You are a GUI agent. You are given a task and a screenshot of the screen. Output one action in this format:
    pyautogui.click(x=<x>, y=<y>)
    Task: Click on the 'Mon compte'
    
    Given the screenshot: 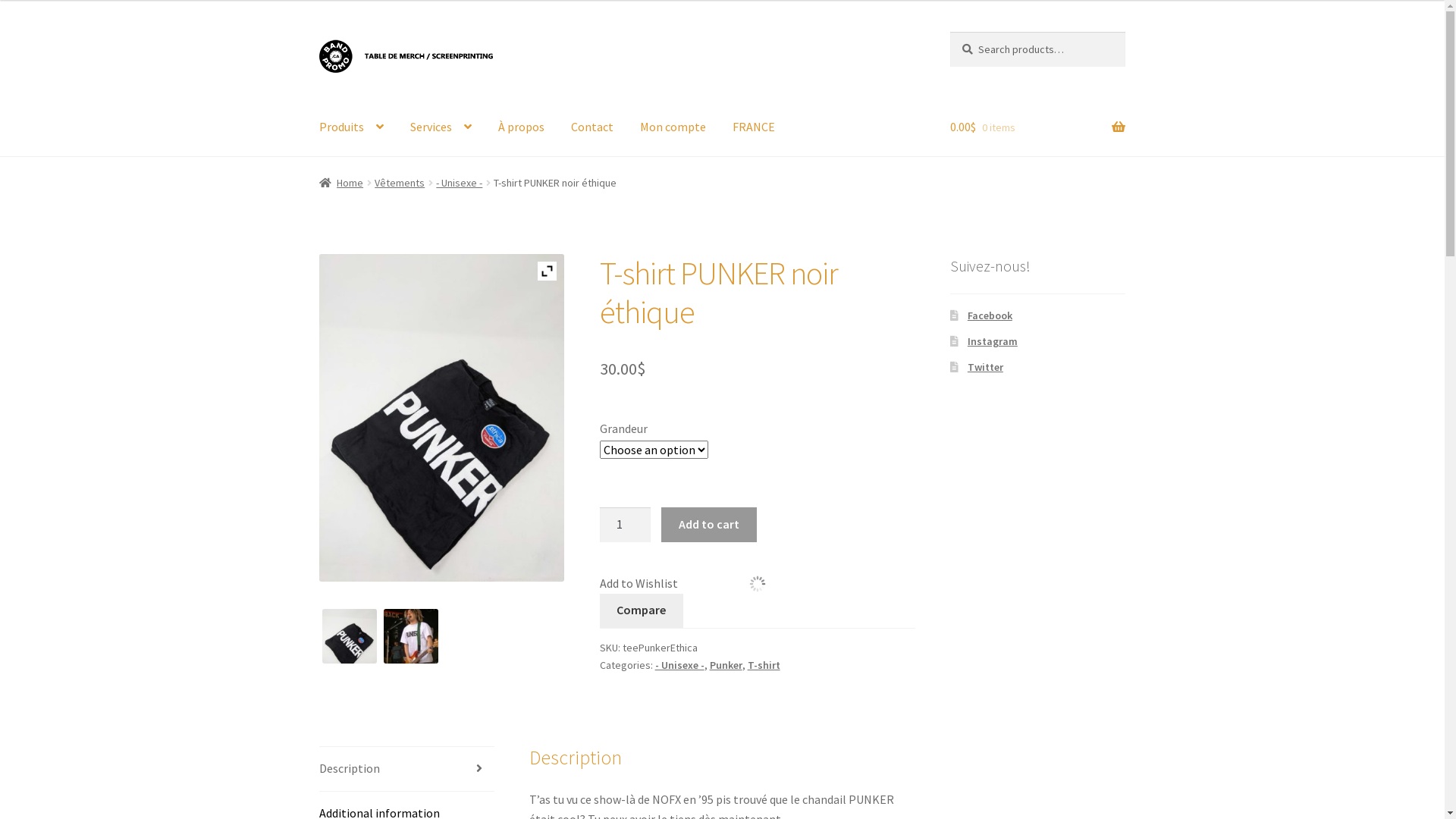 What is the action you would take?
    pyautogui.click(x=672, y=127)
    